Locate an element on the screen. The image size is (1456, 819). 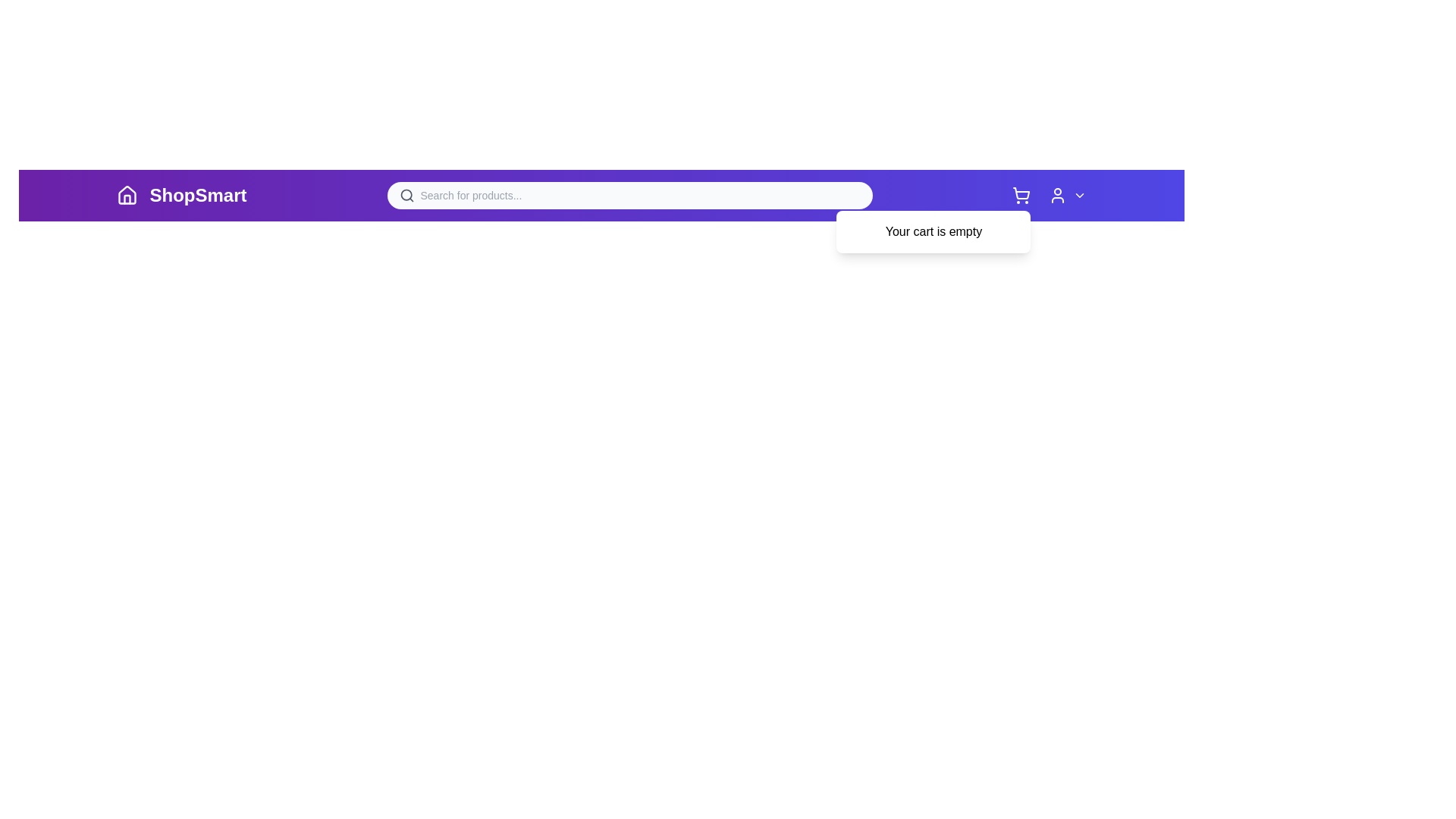
the shopping cart icon located is located at coordinates (1021, 195).